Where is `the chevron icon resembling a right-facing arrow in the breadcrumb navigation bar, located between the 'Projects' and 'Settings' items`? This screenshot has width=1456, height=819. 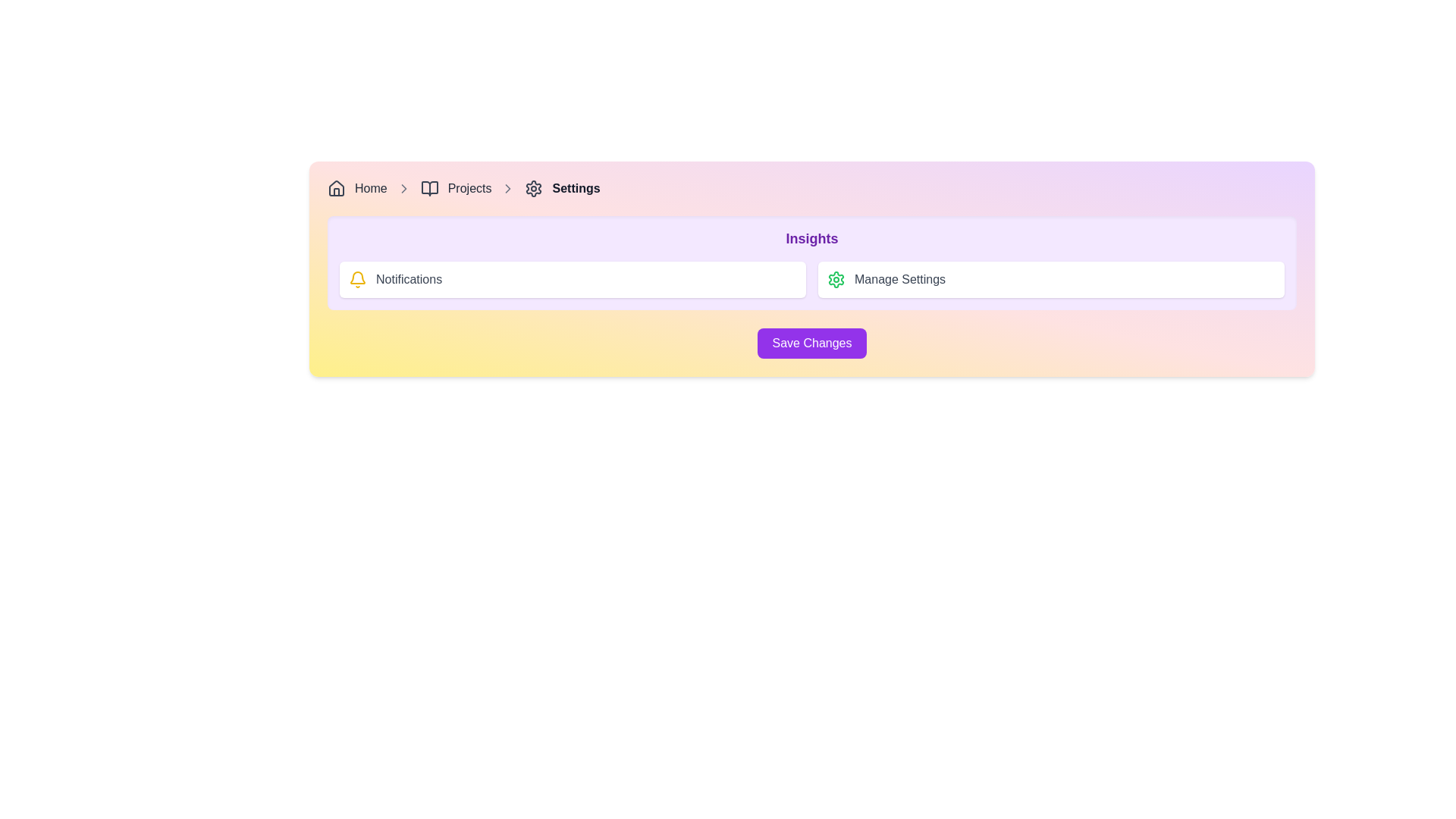 the chevron icon resembling a right-facing arrow in the breadcrumb navigation bar, located between the 'Projects' and 'Settings' items is located at coordinates (403, 188).